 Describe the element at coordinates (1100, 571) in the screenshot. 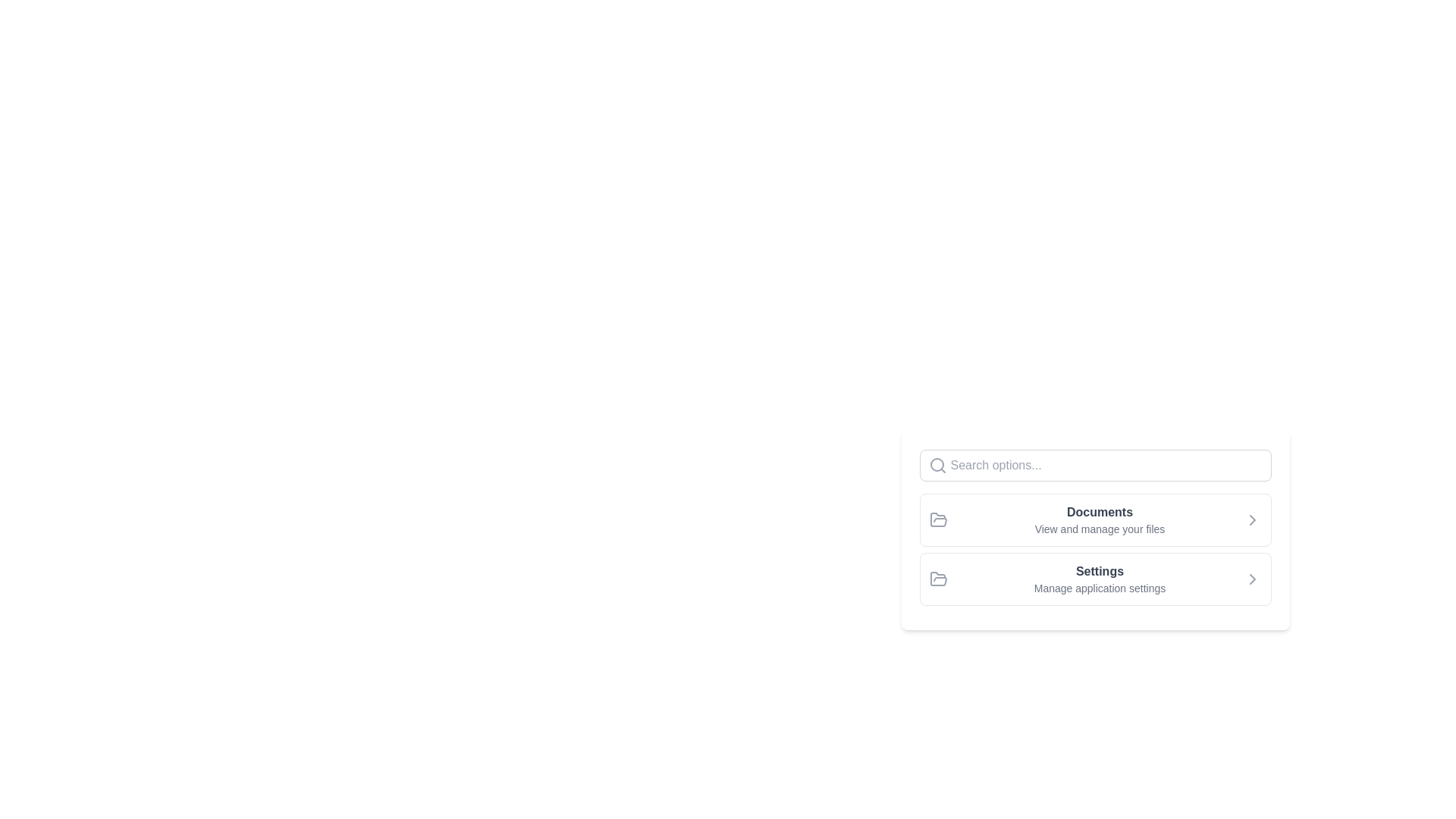

I see `the Text Label that serves as the header for the settings section, located above the description 'Manage application settings'` at that location.